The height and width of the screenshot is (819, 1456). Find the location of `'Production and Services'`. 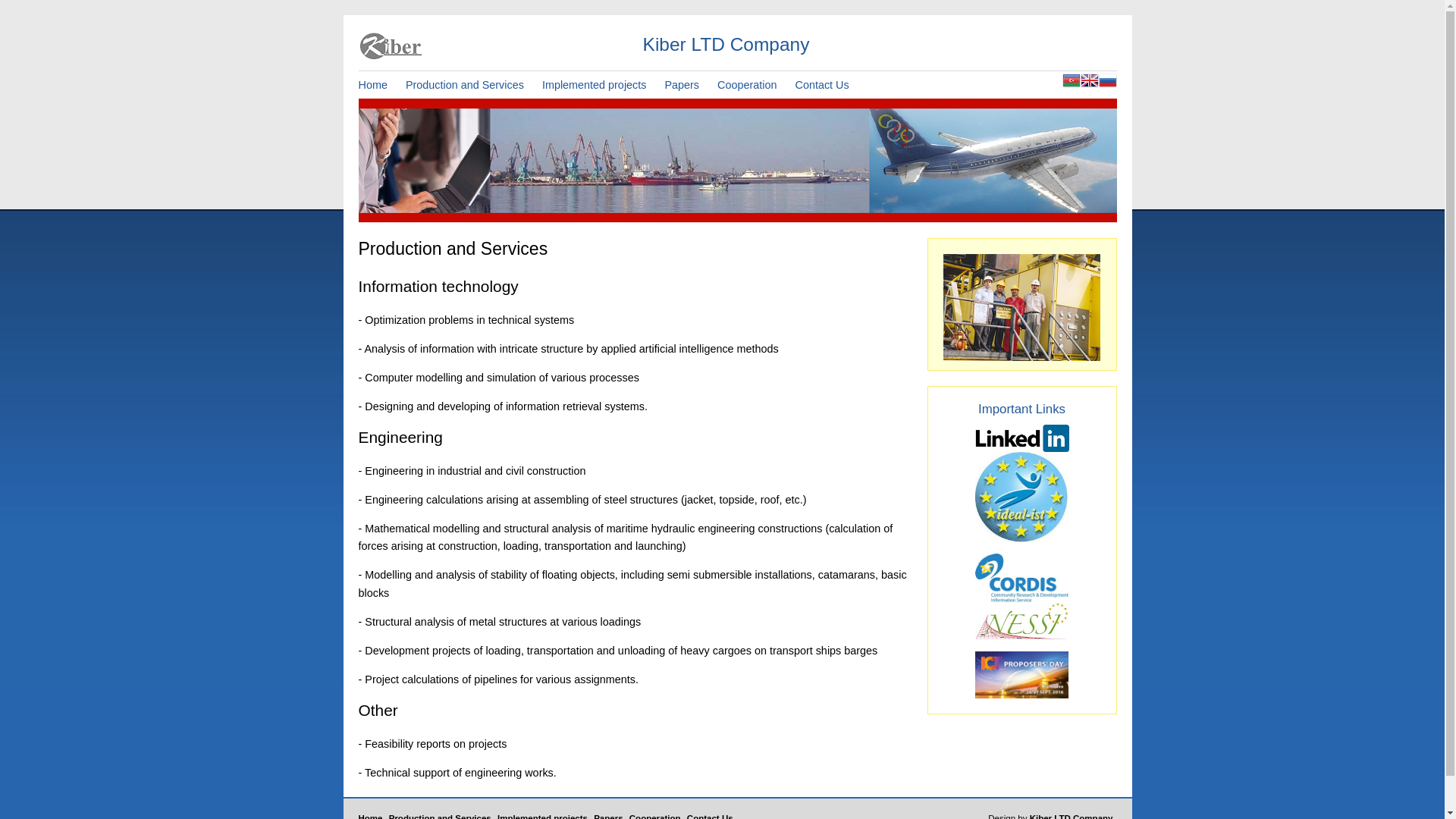

'Production and Services' is located at coordinates (472, 84).